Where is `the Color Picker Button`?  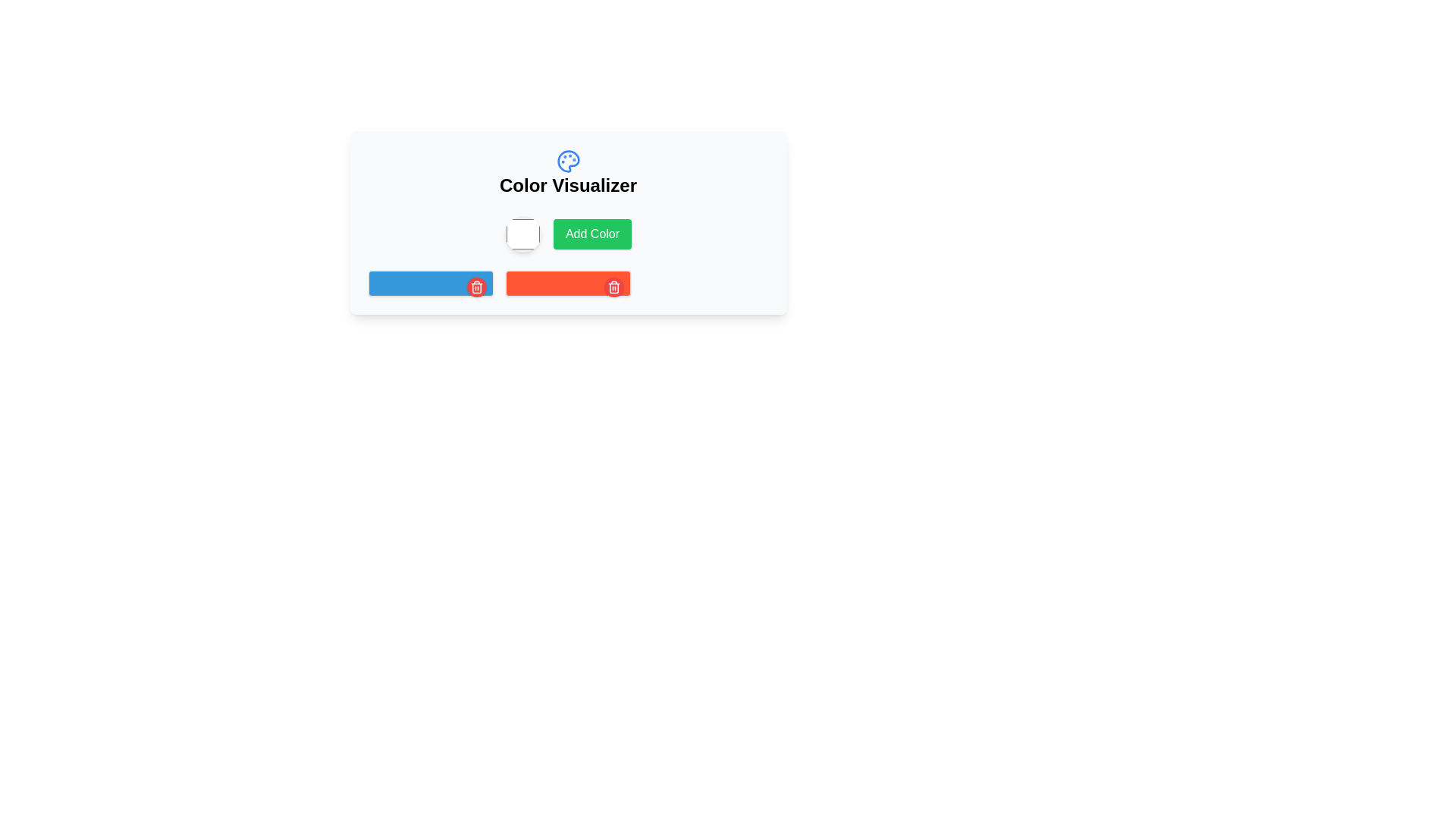 the Color Picker Button is located at coordinates (522, 234).